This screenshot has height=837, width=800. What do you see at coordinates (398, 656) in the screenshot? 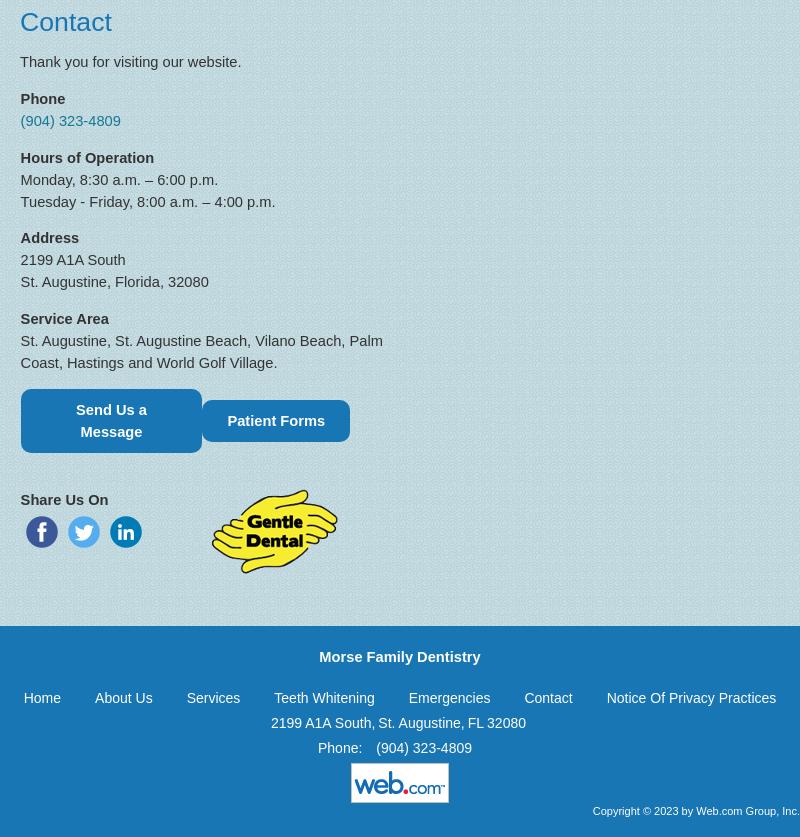
I see `'Morse Family Dentistry'` at bounding box center [398, 656].